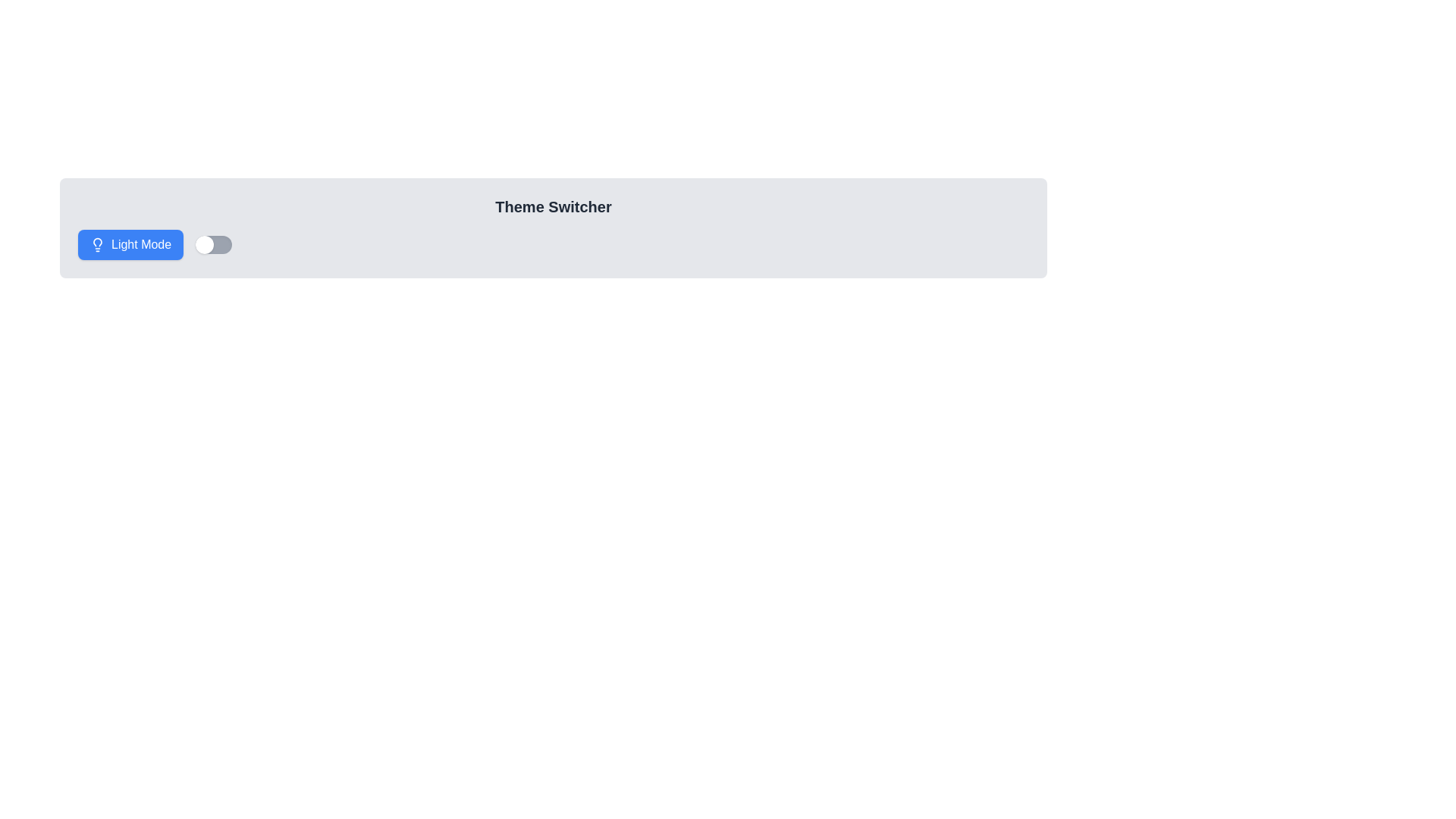 This screenshot has height=819, width=1456. What do you see at coordinates (141, 244) in the screenshot?
I see `the static text label that indicates the current theme mode (Light or Dark)` at bounding box center [141, 244].